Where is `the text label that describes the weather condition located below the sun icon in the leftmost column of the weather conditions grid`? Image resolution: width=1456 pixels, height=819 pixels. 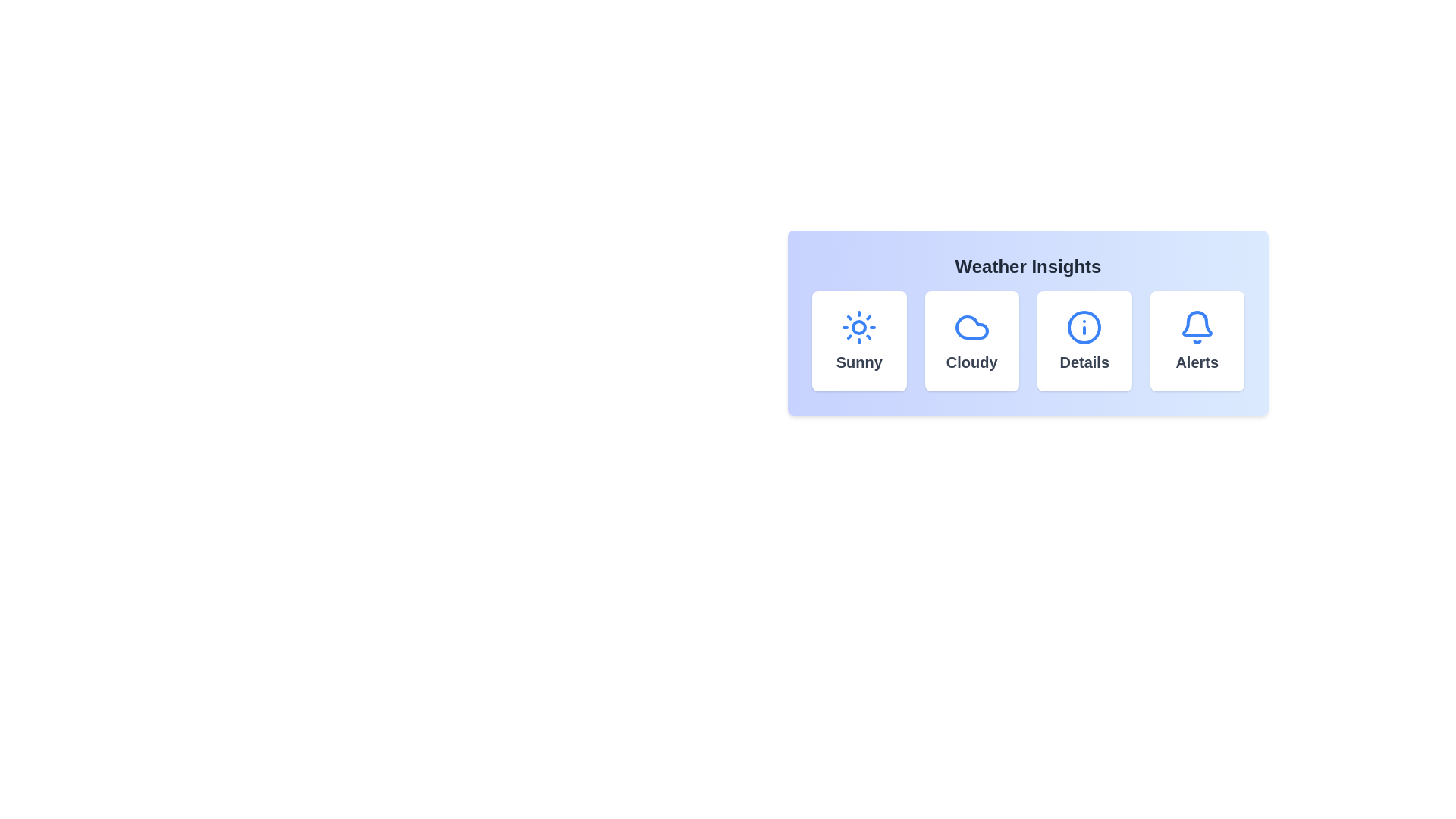 the text label that describes the weather condition located below the sun icon in the leftmost column of the weather conditions grid is located at coordinates (859, 362).